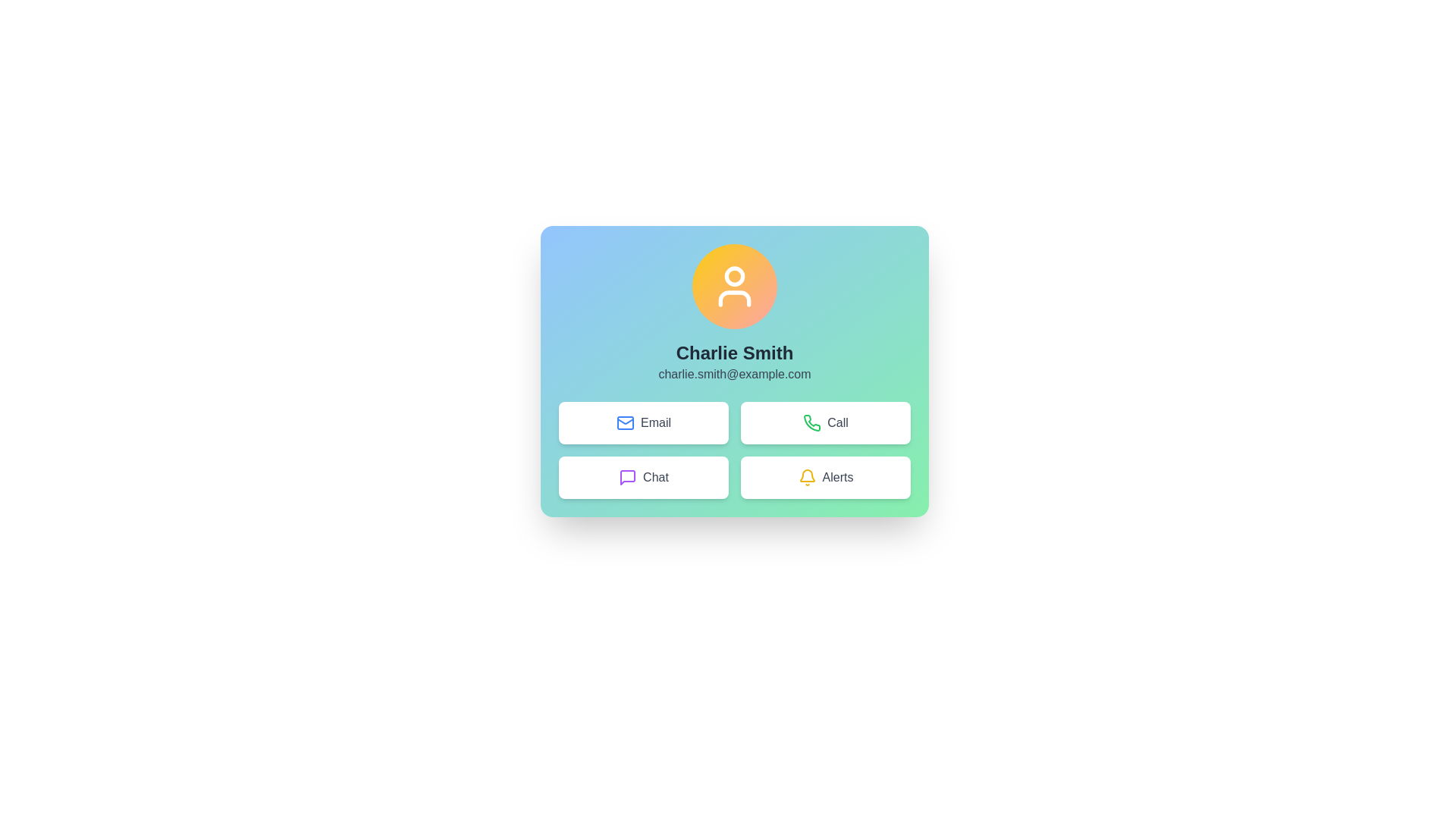 This screenshot has width=1456, height=819. Describe the element at coordinates (628, 476) in the screenshot. I see `the chat icon located in the bottom-left quadrant of the interface, adjacent to the 'Chat' button text` at that location.